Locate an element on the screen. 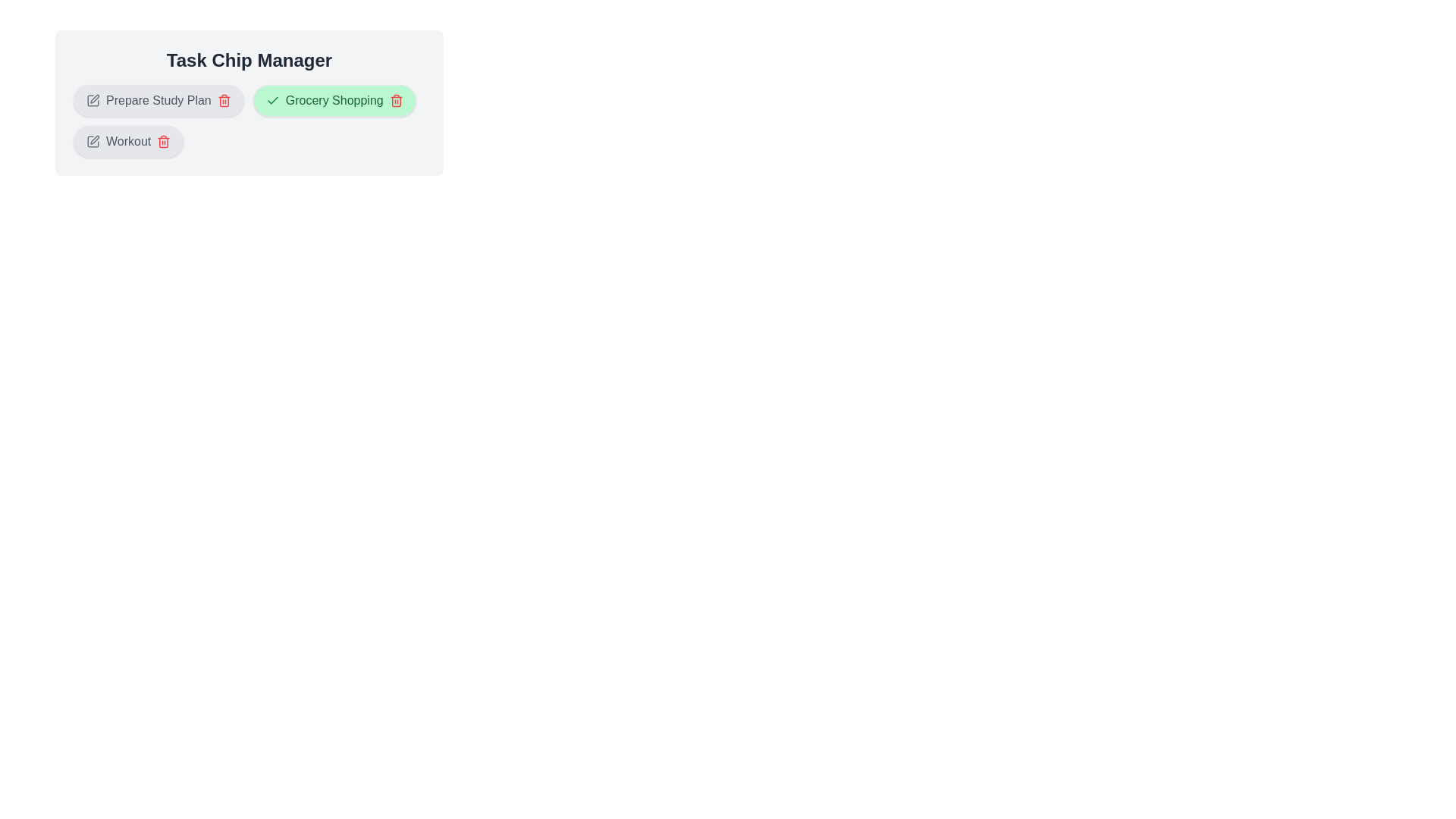  the icon that indicates the 'Grocery Shopping' task is marked as completed or active, located at the leftmost part of the 'Grocery Shopping' chip is located at coordinates (272, 100).